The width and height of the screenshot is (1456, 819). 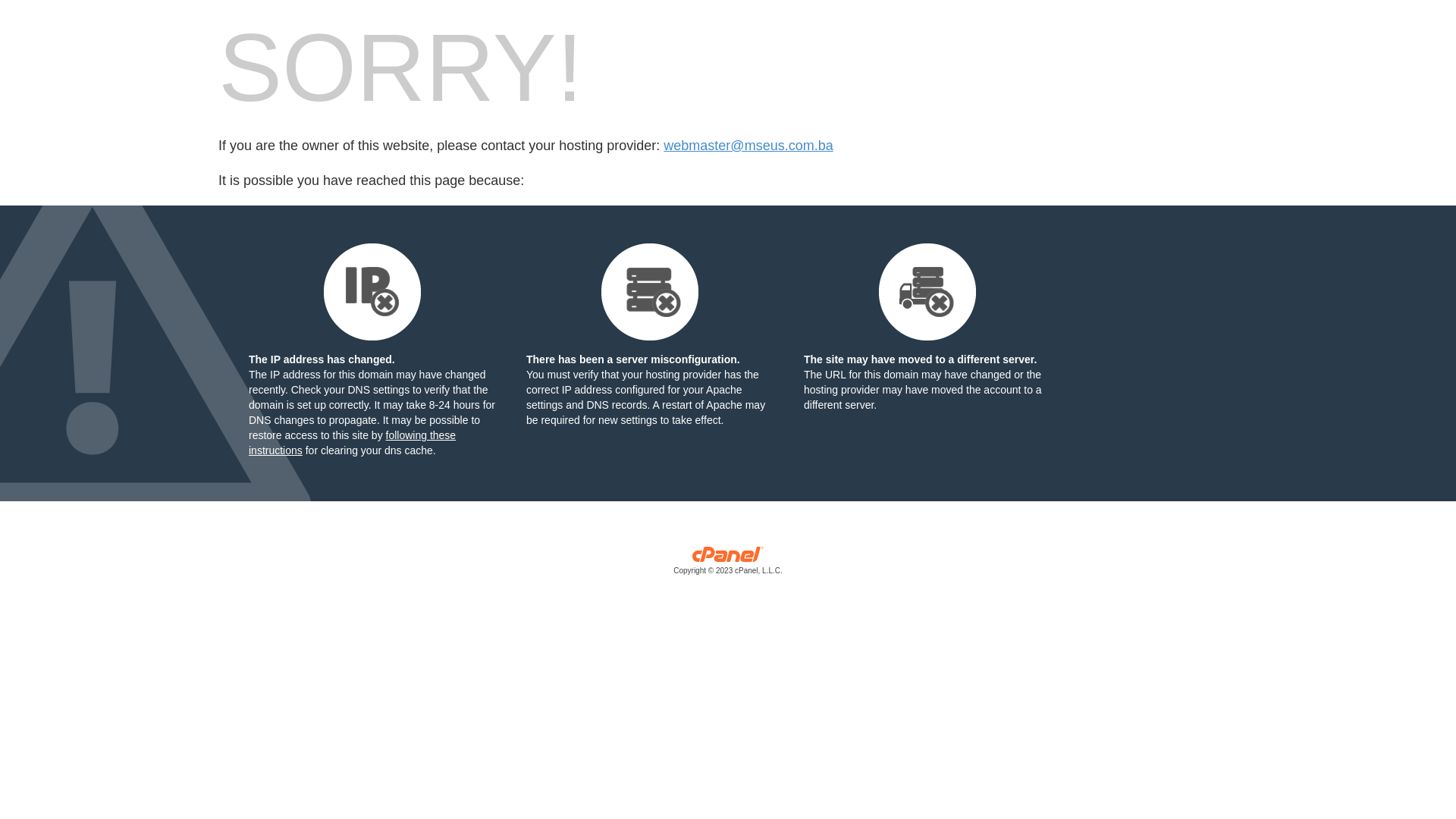 What do you see at coordinates (748, 146) in the screenshot?
I see `'webmaster@mseus.com.ba'` at bounding box center [748, 146].